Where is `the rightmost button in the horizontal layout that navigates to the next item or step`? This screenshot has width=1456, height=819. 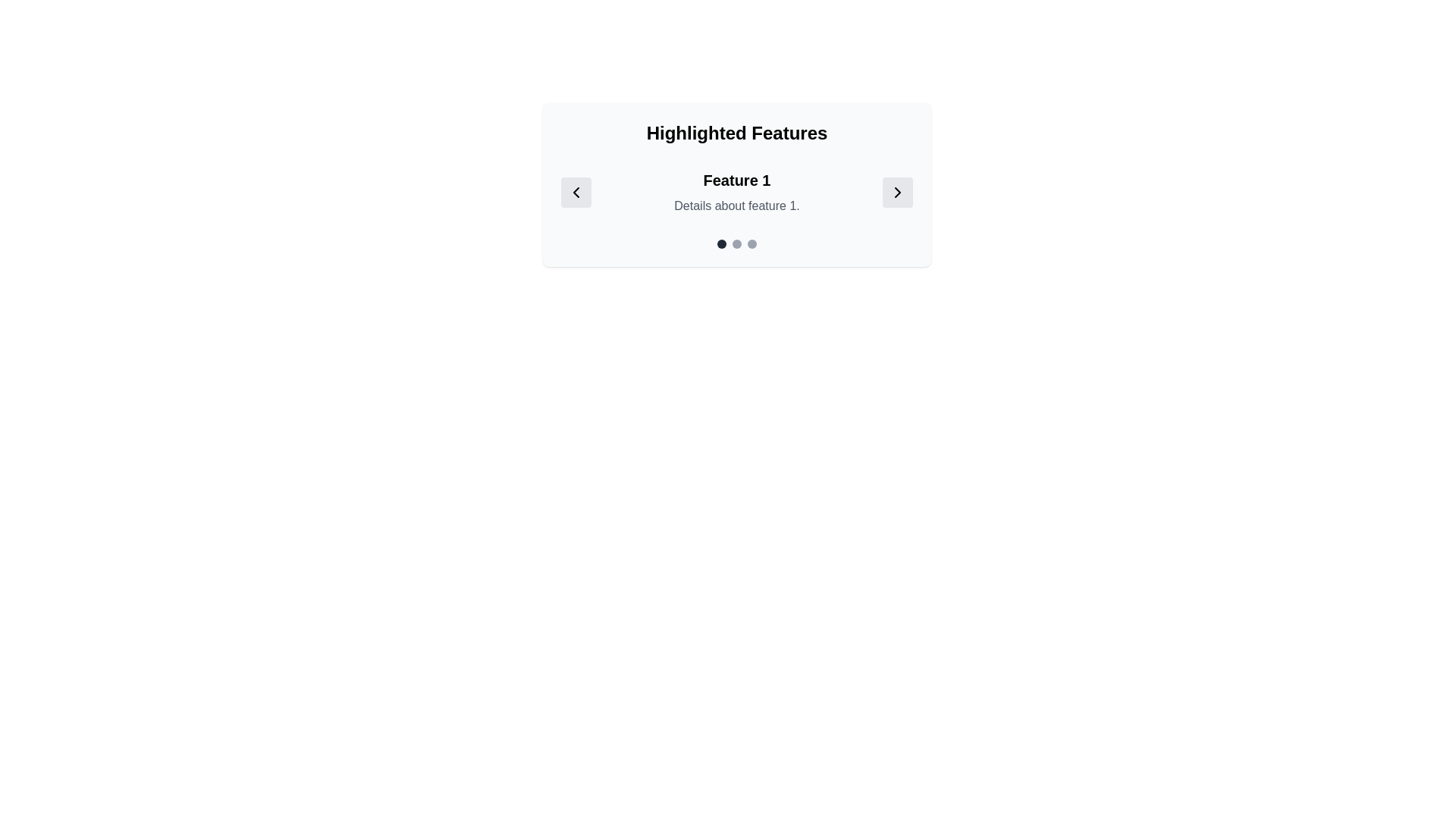 the rightmost button in the horizontal layout that navigates to the next item or step is located at coordinates (898, 192).